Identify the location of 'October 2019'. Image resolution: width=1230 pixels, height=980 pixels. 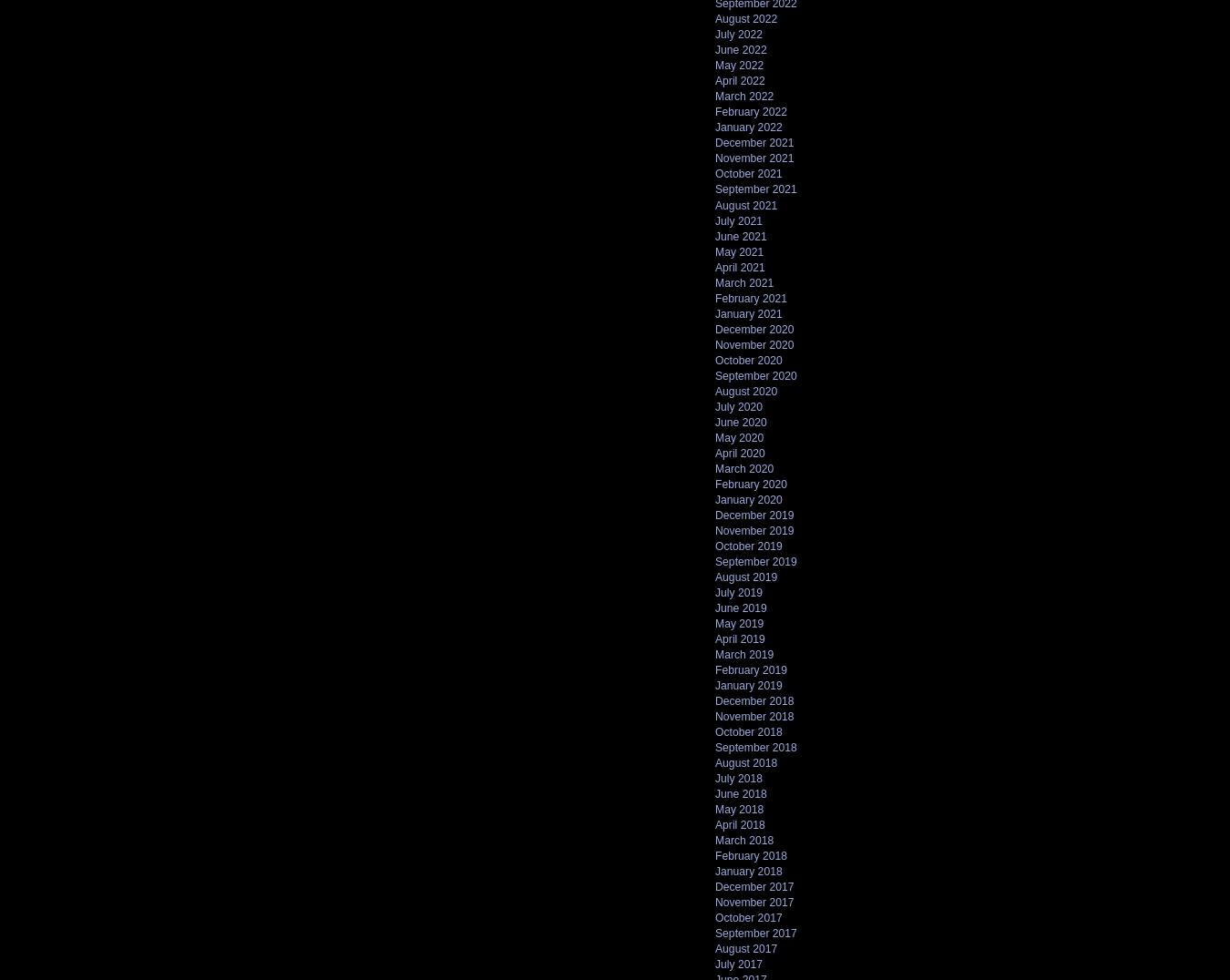
(714, 546).